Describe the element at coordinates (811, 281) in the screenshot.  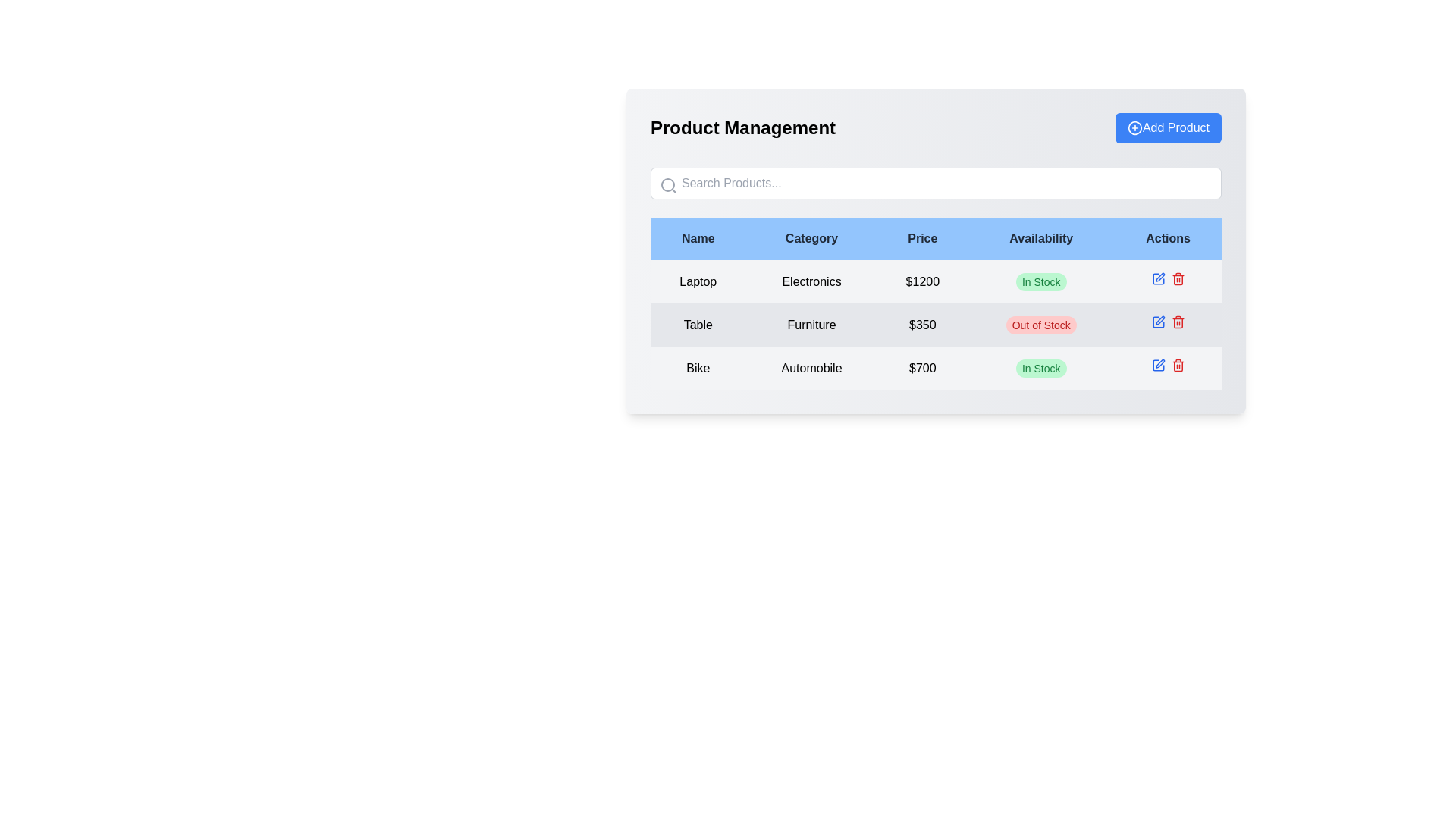
I see `the static text label displaying 'Electronics', which is part of a tabular arrangement and positioned between 'Laptop' and '$1200'` at that location.